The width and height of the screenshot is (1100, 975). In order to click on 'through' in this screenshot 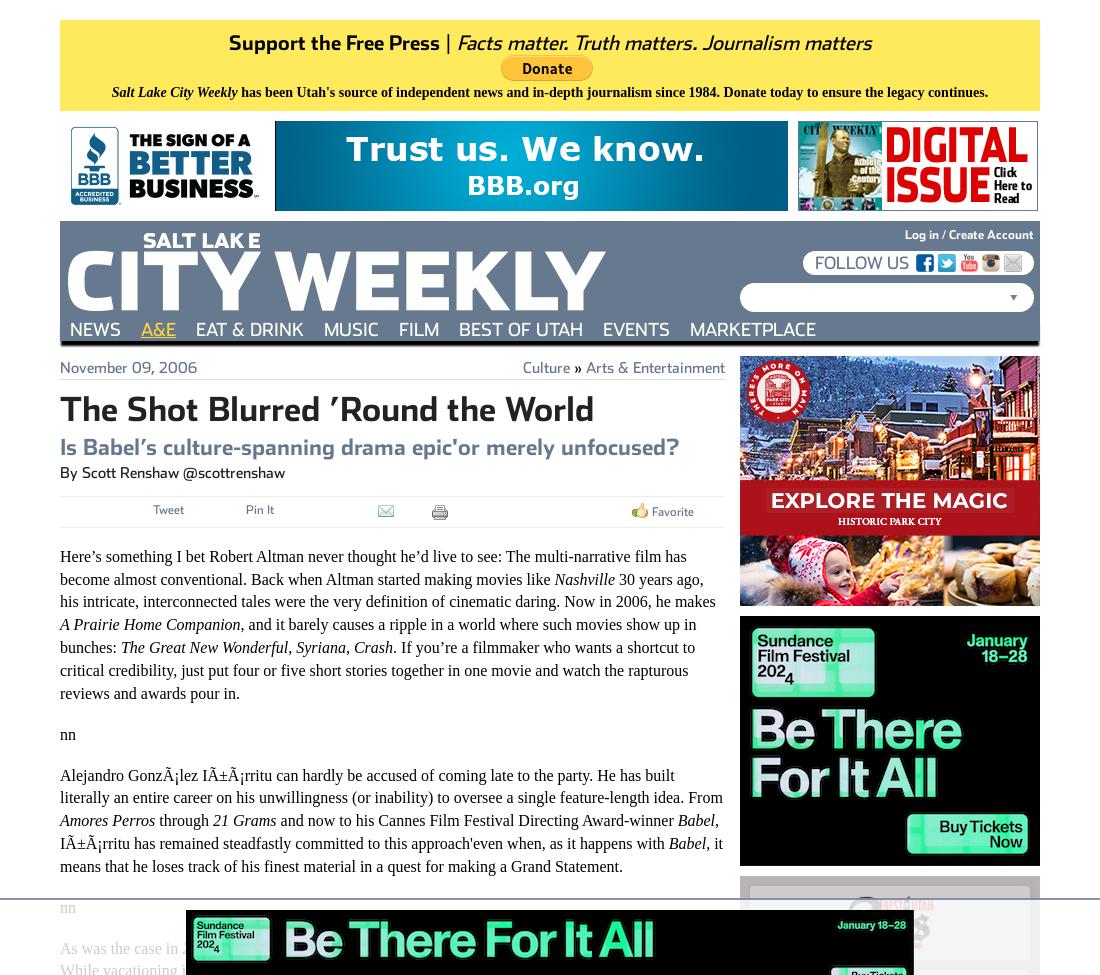, I will do `click(185, 820)`.